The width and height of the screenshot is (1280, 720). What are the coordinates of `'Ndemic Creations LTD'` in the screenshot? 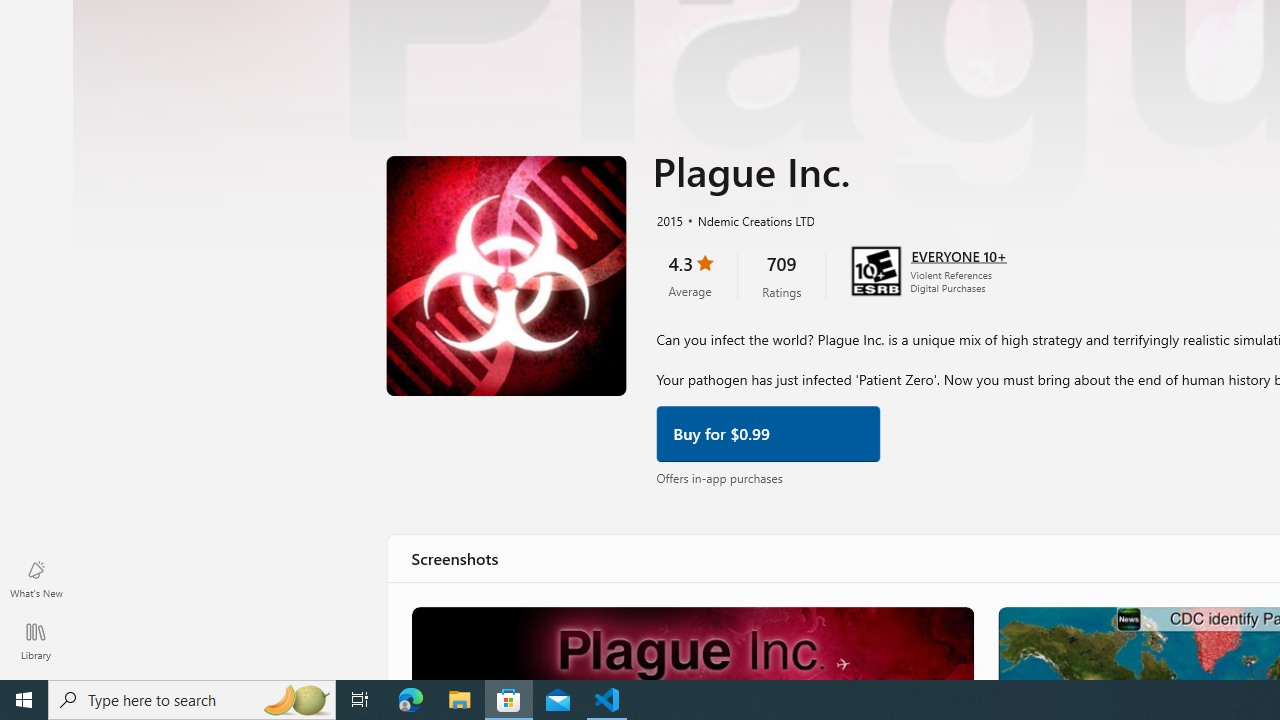 It's located at (747, 219).